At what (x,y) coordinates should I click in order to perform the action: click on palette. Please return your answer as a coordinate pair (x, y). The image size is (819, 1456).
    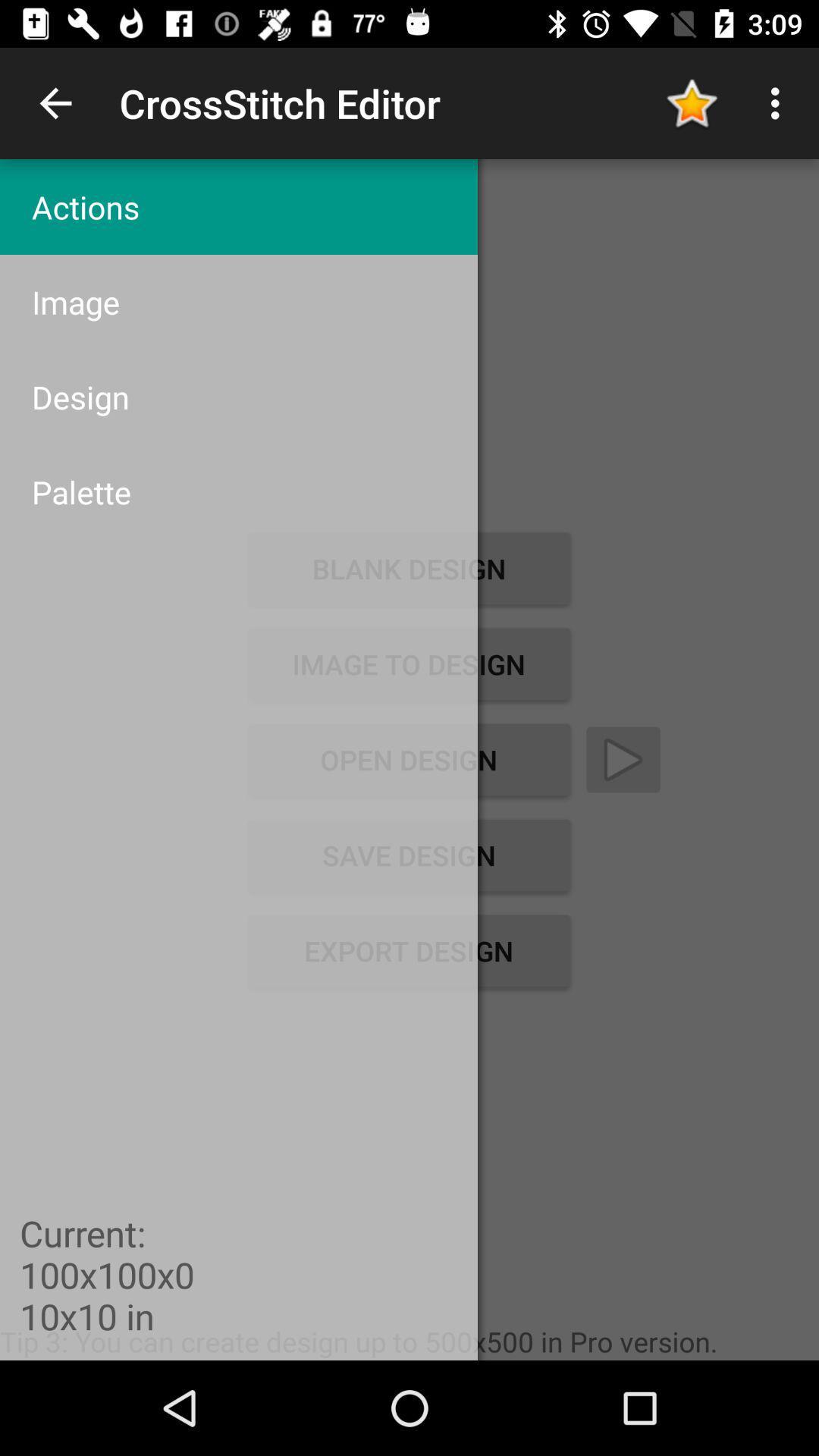
    Looking at the image, I should click on (239, 491).